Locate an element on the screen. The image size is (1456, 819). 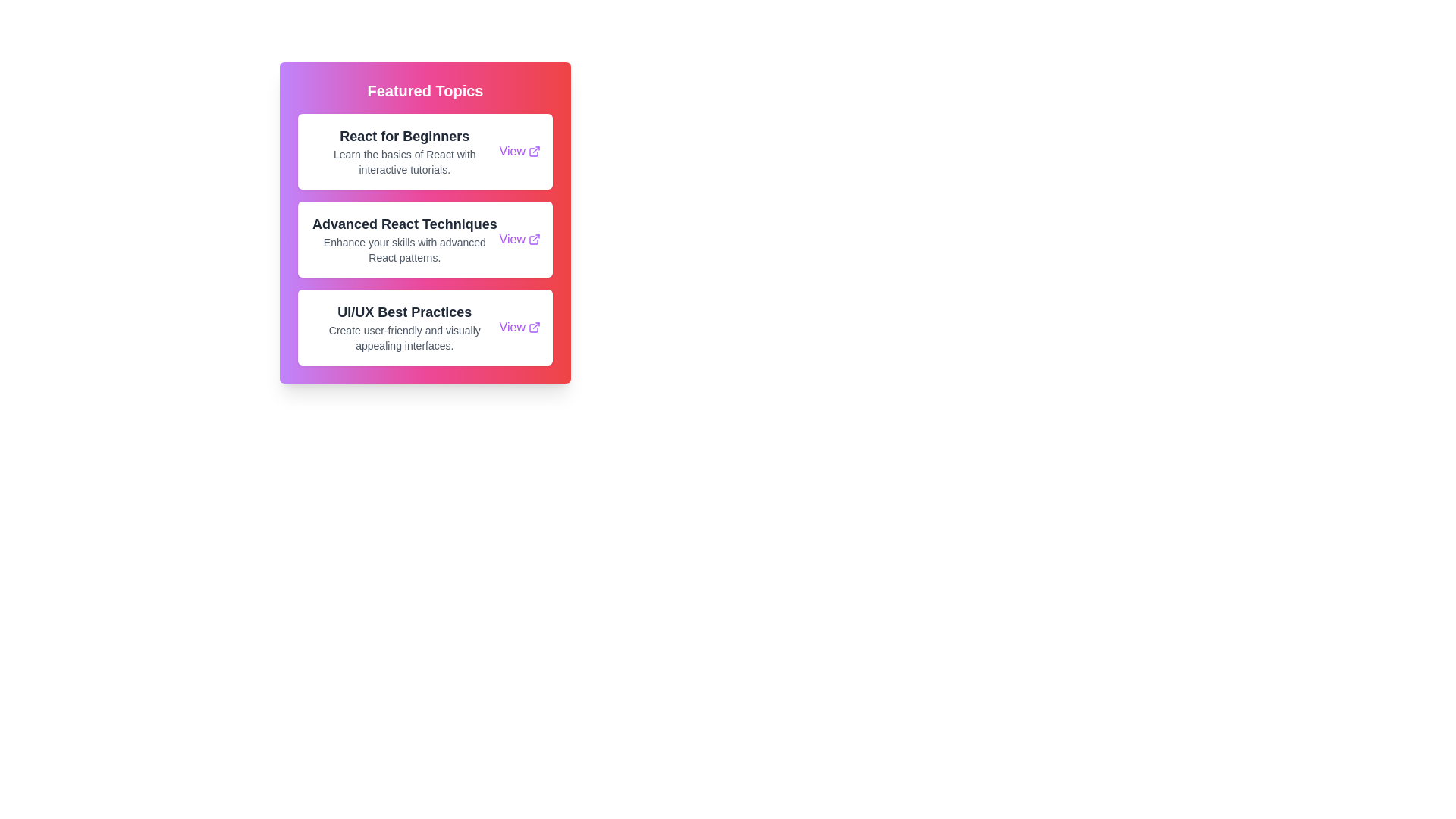
text label titled 'Advanced React Techniques' located in the second card from the top under the 'Featured Topics' section is located at coordinates (404, 224).